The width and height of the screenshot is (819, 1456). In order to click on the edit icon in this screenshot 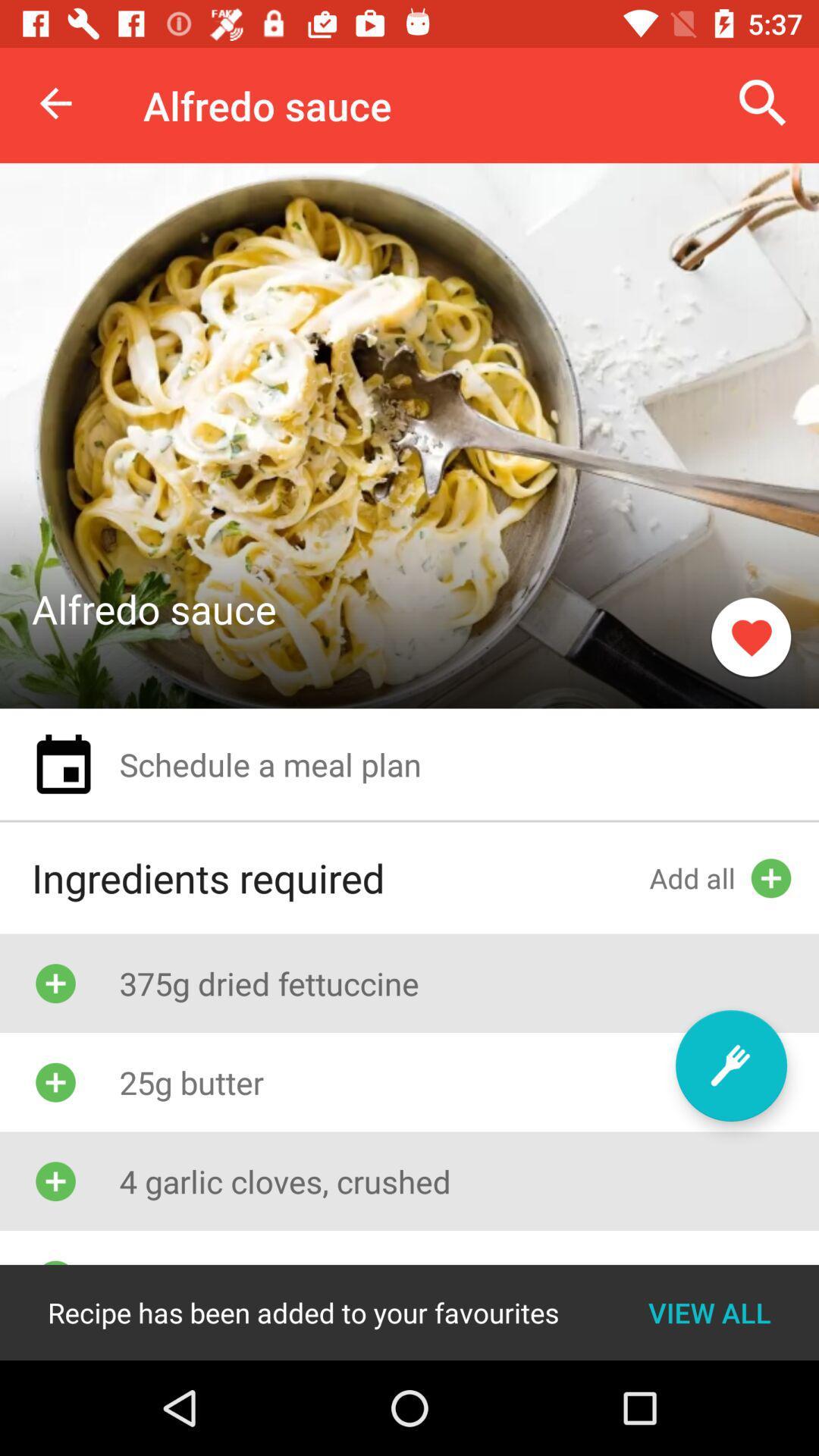, I will do `click(730, 1065)`.